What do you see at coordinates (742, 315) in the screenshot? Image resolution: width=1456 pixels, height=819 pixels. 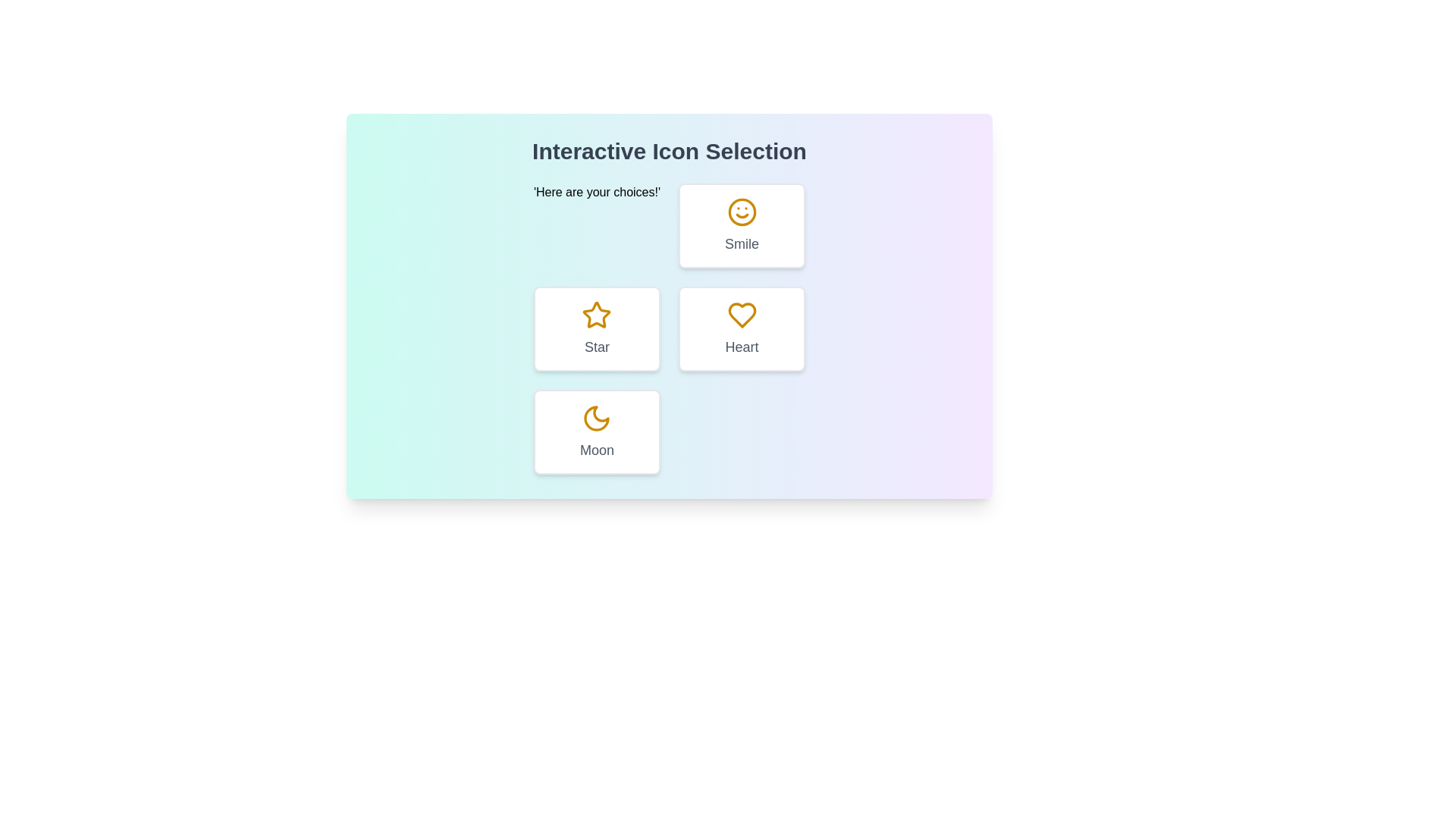 I see `the heart icon located in the second column of the second row of the grid layout, which emphasizes choices related to the 'Heart' category` at bounding box center [742, 315].